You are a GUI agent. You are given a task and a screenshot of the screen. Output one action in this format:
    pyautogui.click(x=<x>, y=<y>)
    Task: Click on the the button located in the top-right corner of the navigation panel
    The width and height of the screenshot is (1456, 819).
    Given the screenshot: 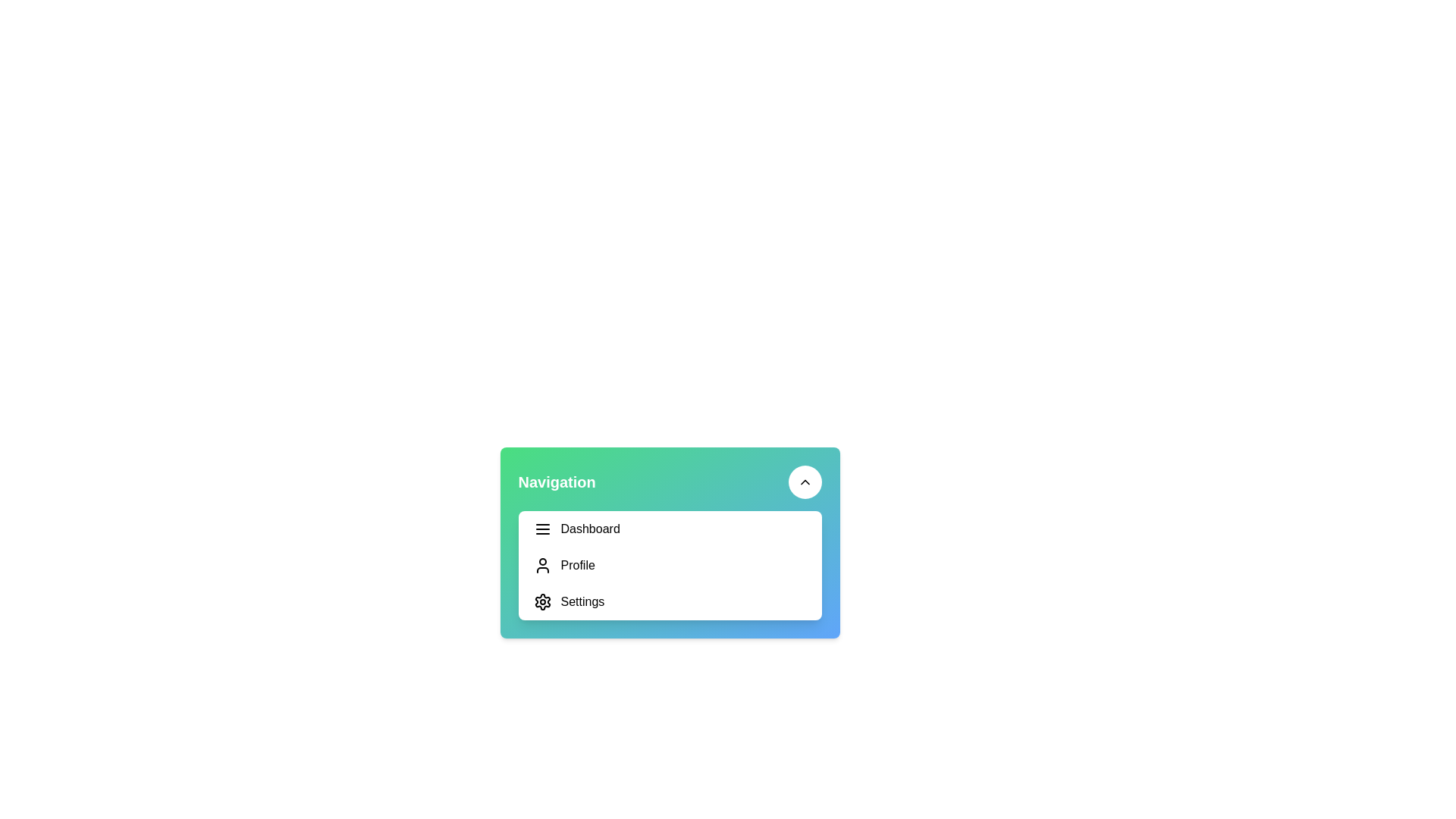 What is the action you would take?
    pyautogui.click(x=804, y=482)
    